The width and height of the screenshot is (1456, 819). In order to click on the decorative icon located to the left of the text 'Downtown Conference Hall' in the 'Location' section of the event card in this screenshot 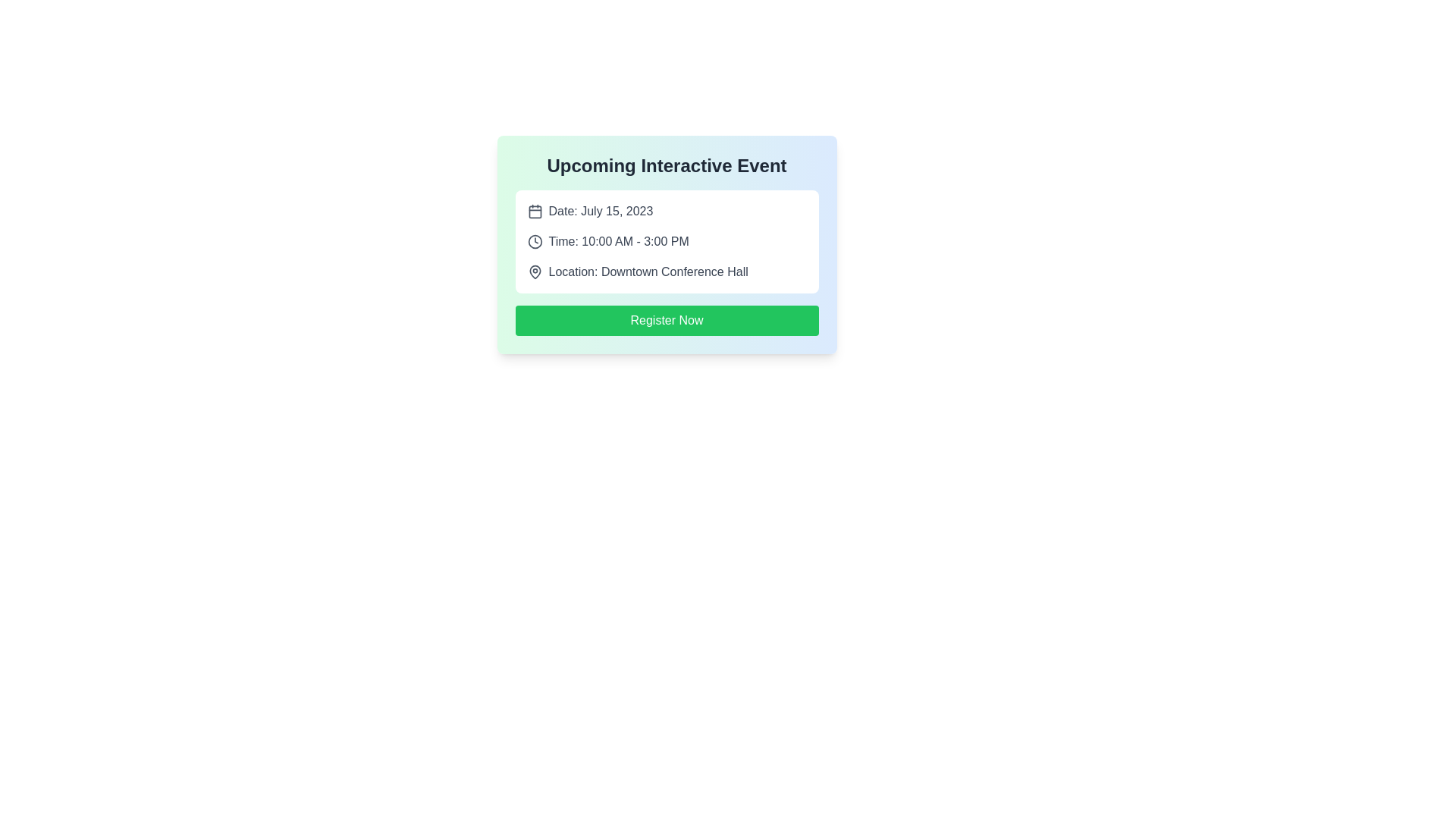, I will do `click(535, 271)`.